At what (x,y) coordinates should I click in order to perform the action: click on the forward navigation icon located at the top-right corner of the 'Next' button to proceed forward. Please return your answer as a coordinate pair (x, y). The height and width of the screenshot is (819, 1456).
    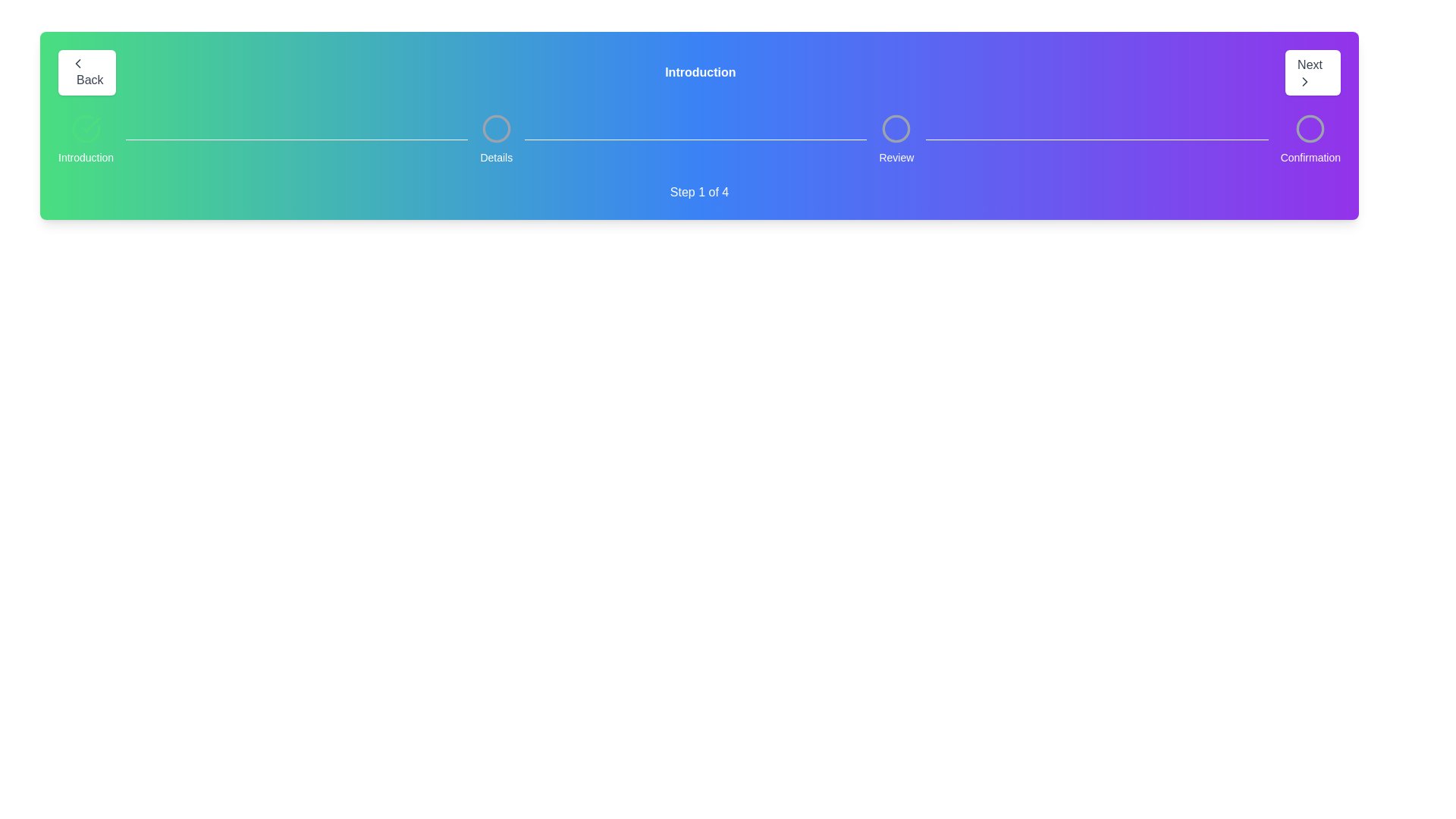
    Looking at the image, I should click on (1304, 82).